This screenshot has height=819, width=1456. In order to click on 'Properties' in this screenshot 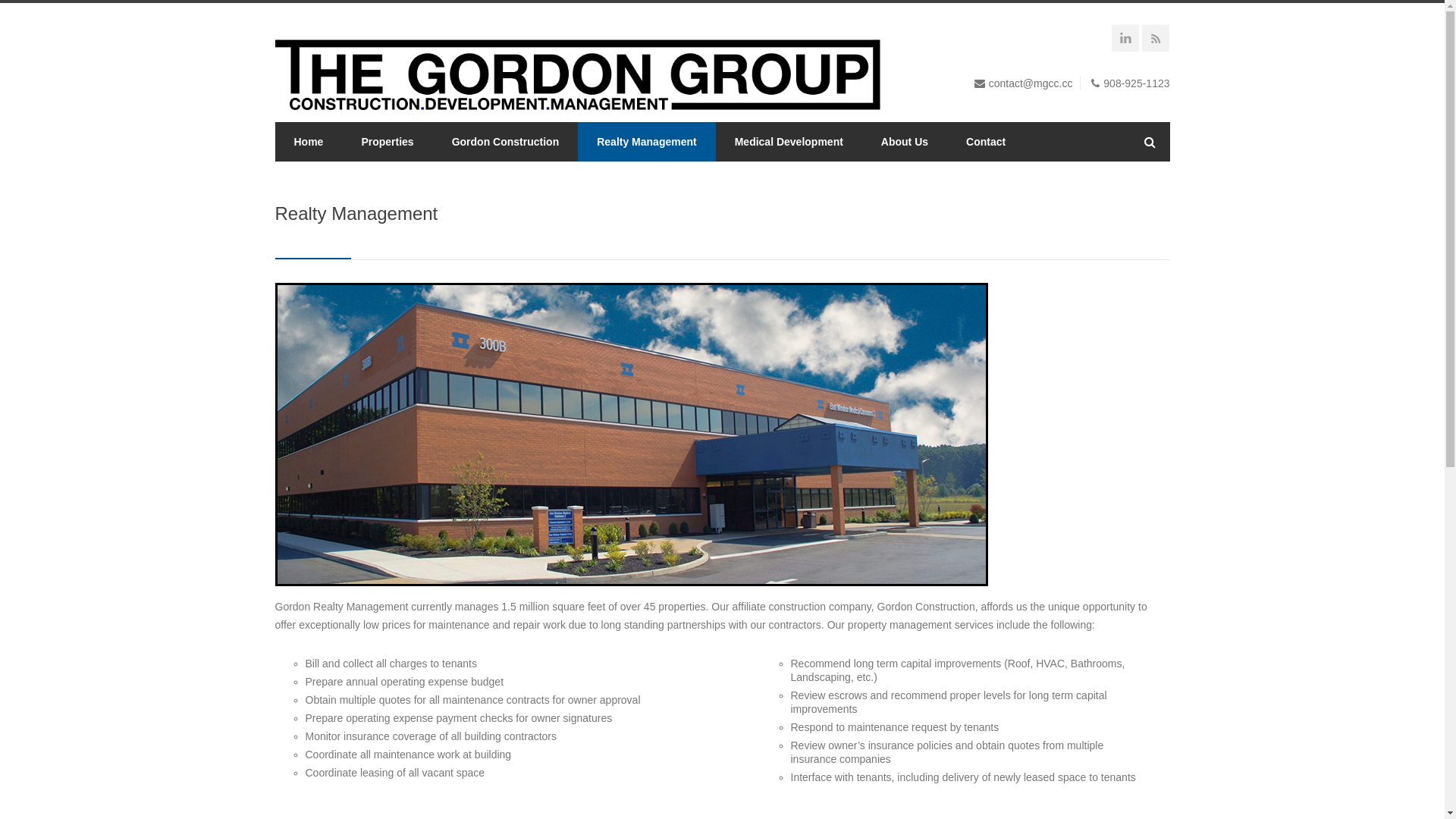, I will do `click(387, 141)`.